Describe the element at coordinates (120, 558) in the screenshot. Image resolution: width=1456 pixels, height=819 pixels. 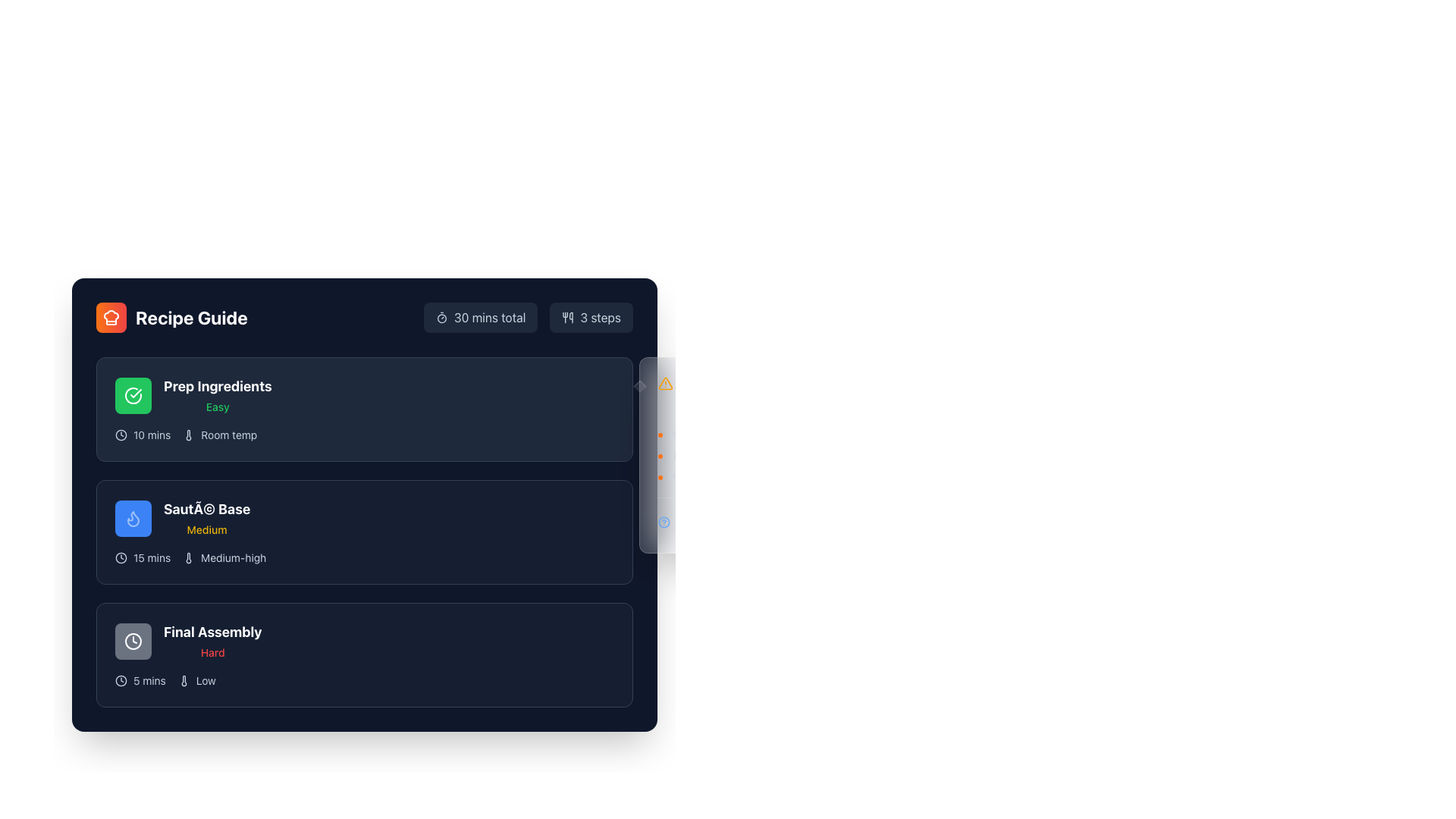
I see `the clock icon, which is a minimalistic styled icon located in the second block under the title 'Sauté Base', to perform an action in its context` at that location.